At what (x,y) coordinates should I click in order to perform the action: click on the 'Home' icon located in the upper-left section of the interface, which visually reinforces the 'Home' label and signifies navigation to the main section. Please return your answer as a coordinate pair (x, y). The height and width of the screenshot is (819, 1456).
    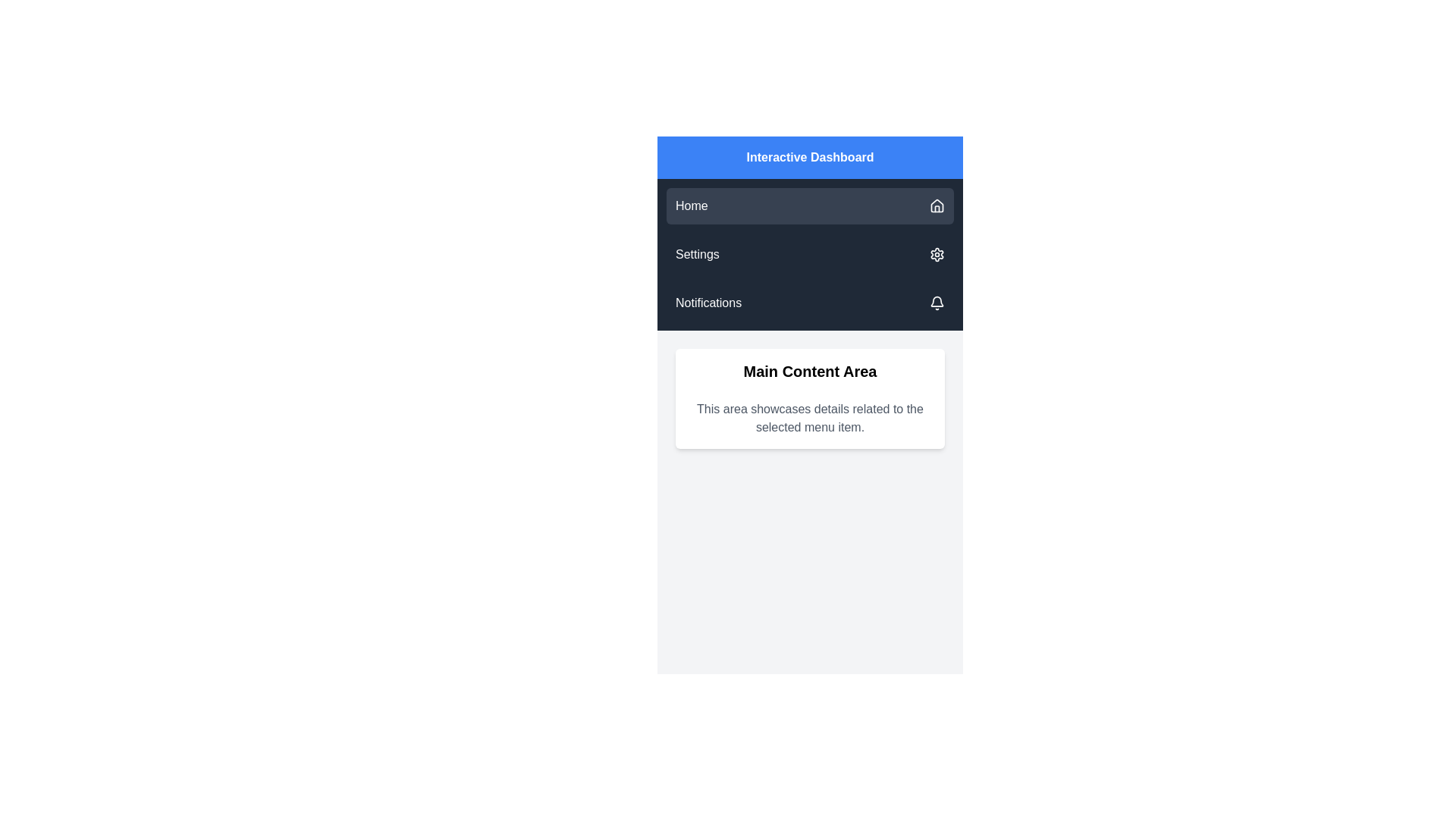
    Looking at the image, I should click on (937, 206).